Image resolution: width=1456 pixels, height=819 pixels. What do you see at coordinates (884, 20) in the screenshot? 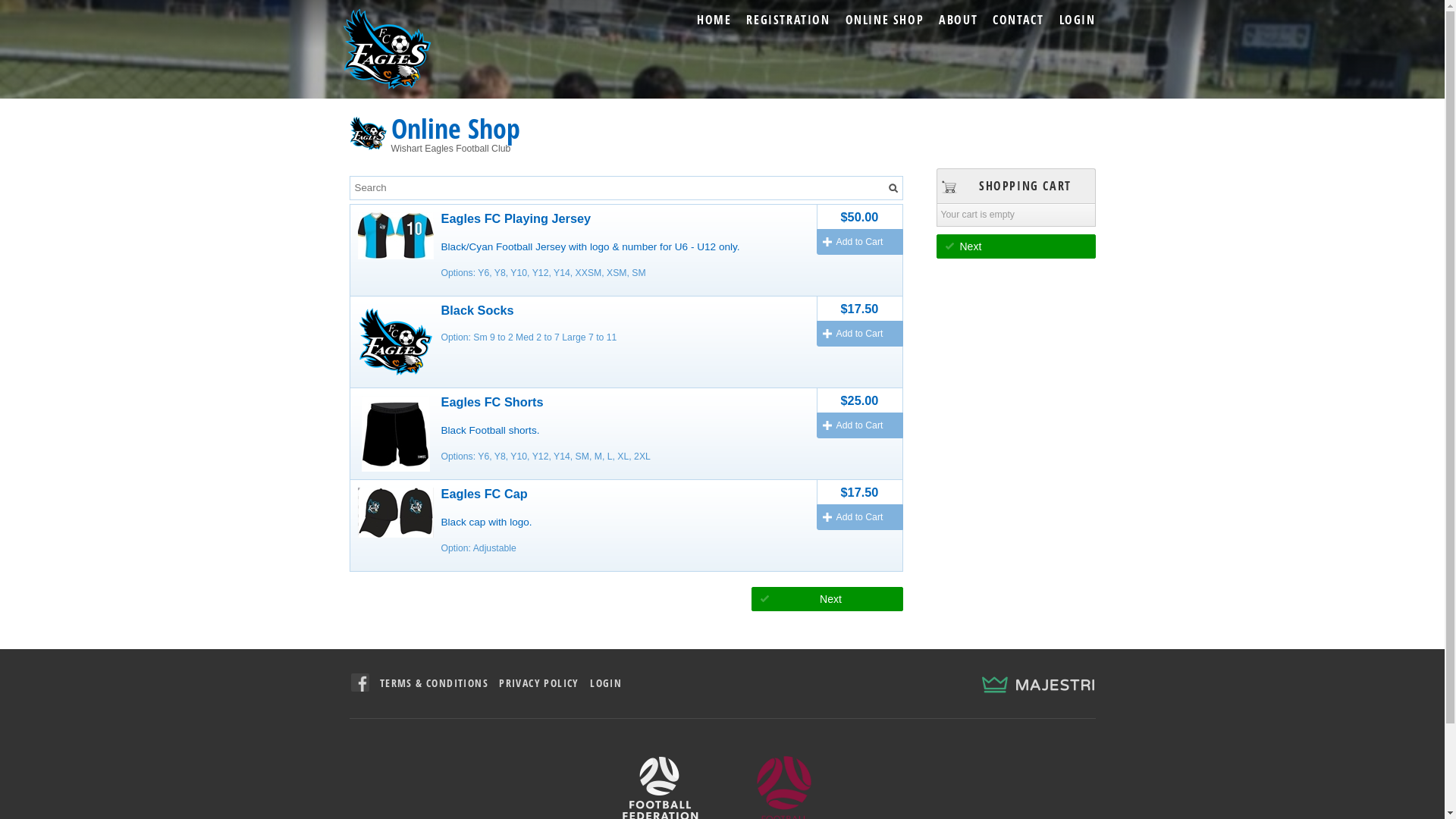
I see `'ONLINE SHOP'` at bounding box center [884, 20].